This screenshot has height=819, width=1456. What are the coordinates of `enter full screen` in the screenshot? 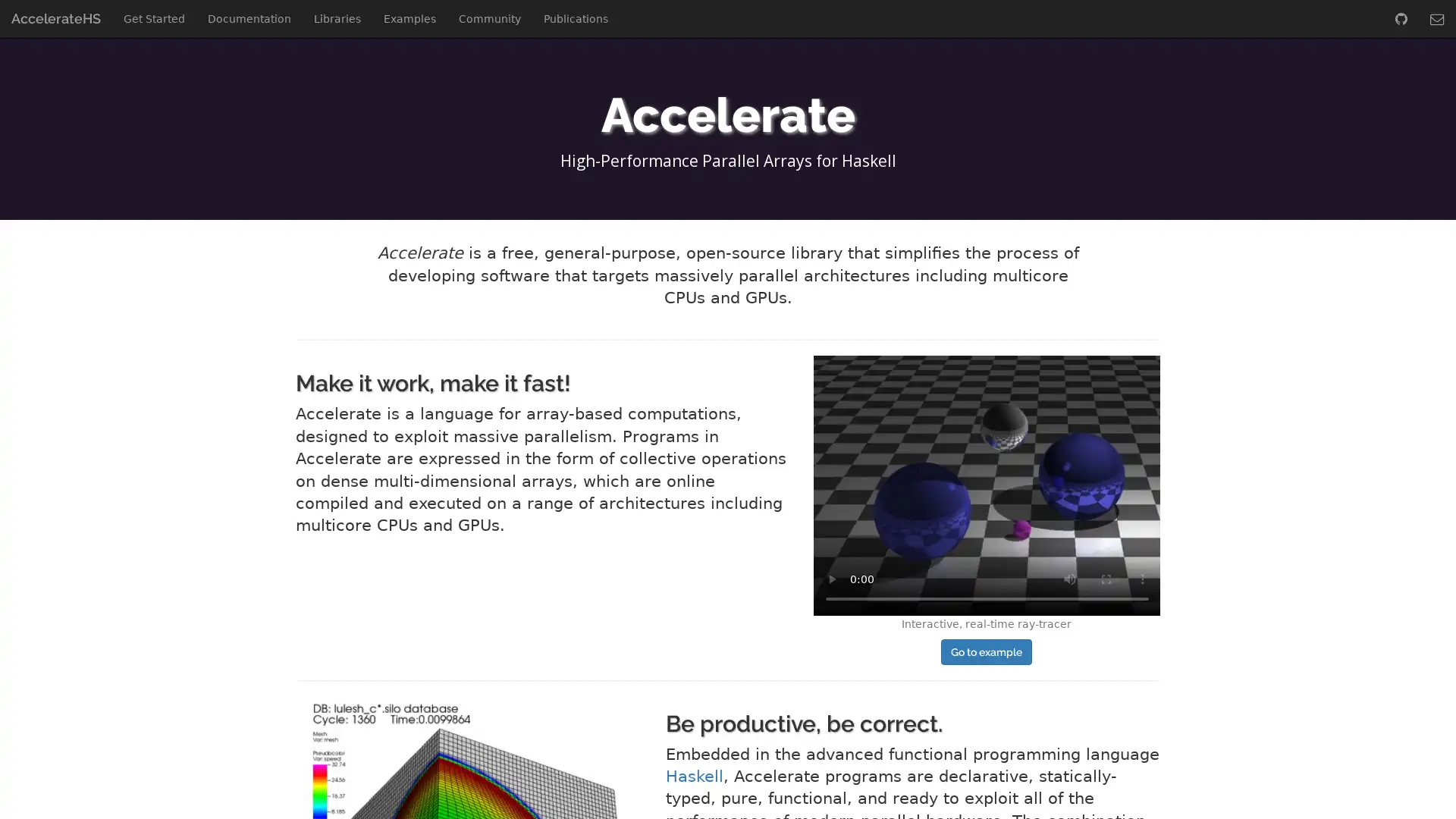 It's located at (1106, 579).